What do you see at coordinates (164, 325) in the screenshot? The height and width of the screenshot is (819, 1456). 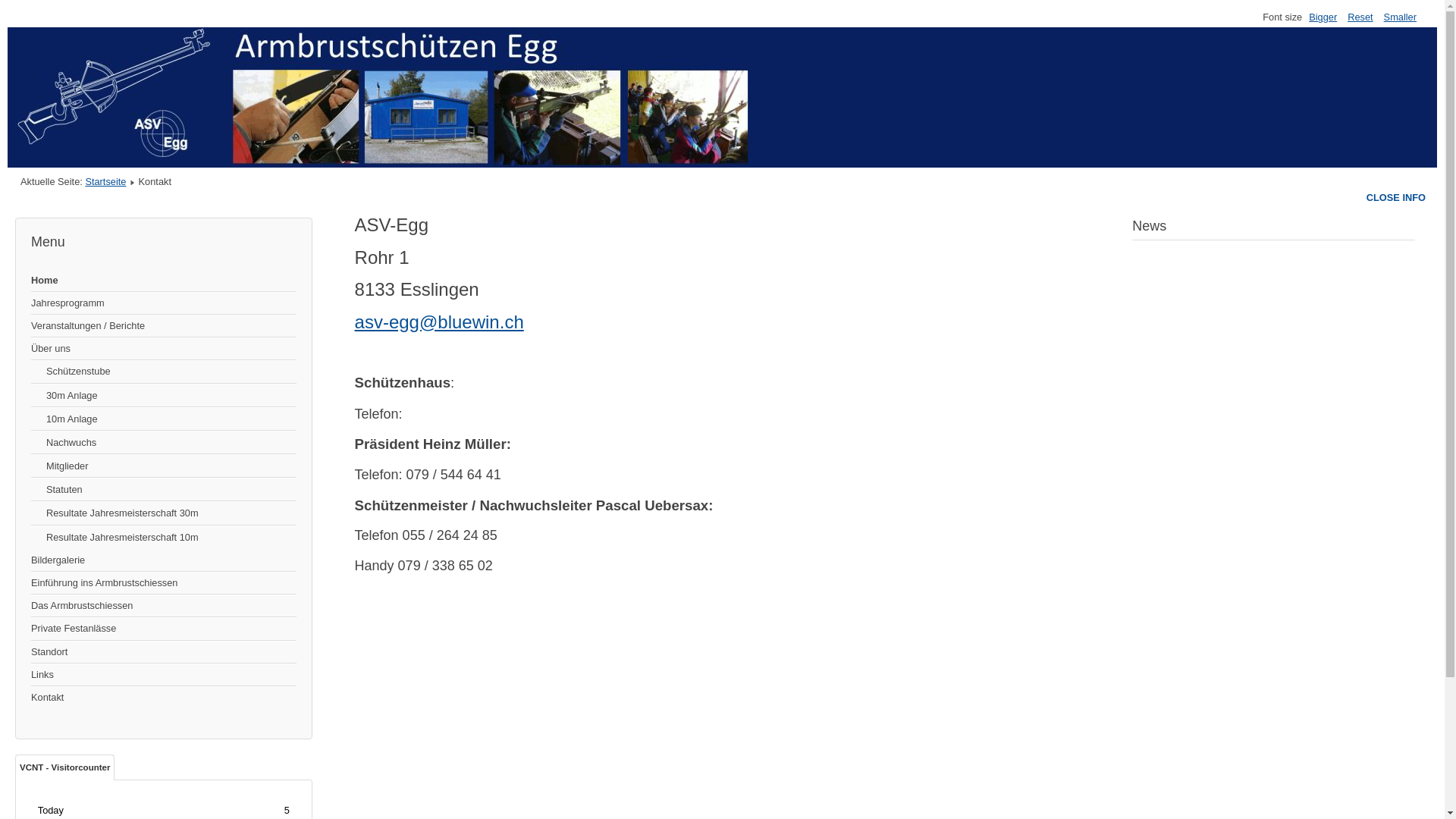 I see `'Veranstaltungen / Berichte'` at bounding box center [164, 325].